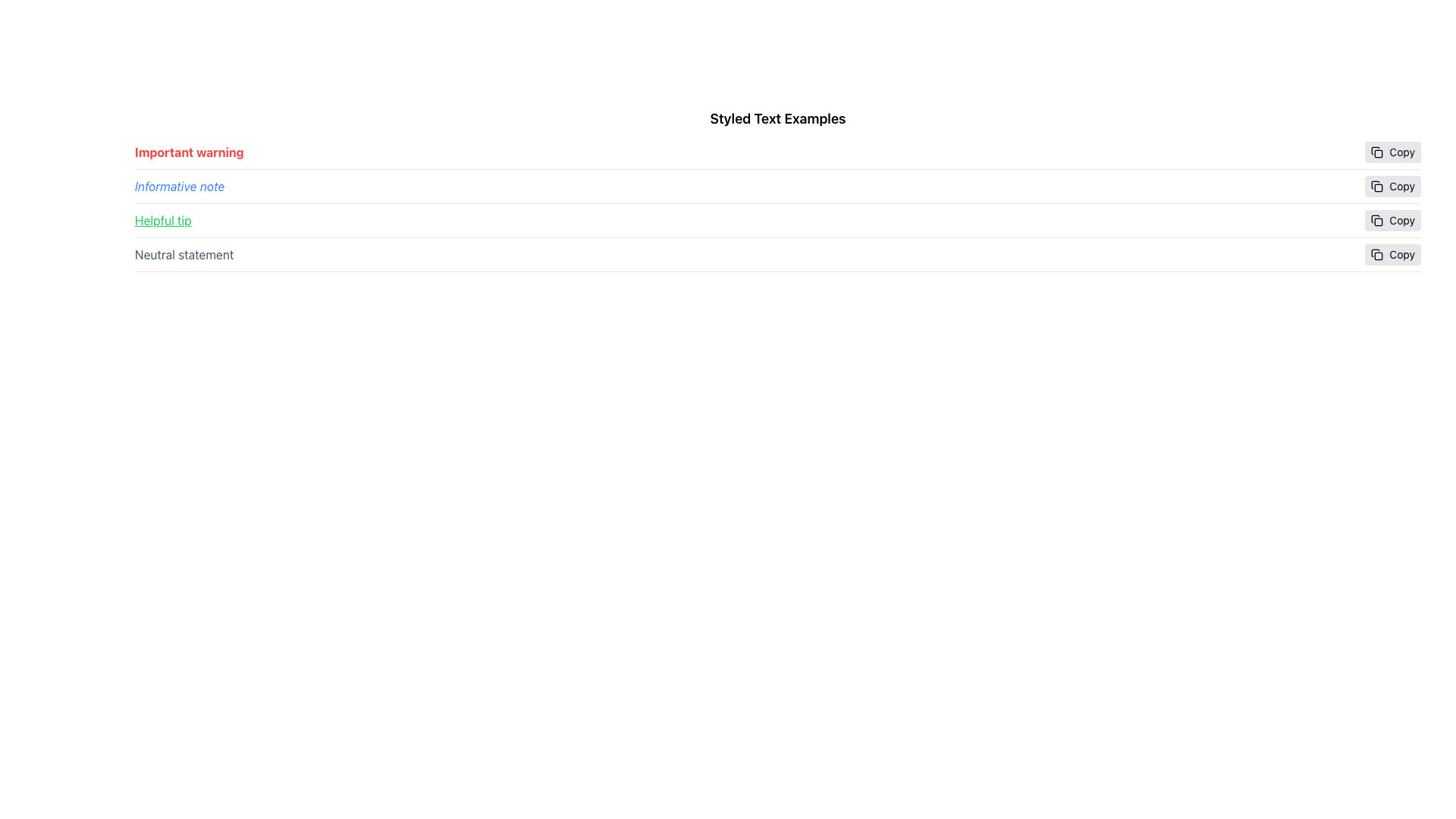  I want to click on the 'Copy' icon located to the right of the 'Important warning' text to copy the text, so click(1377, 152).